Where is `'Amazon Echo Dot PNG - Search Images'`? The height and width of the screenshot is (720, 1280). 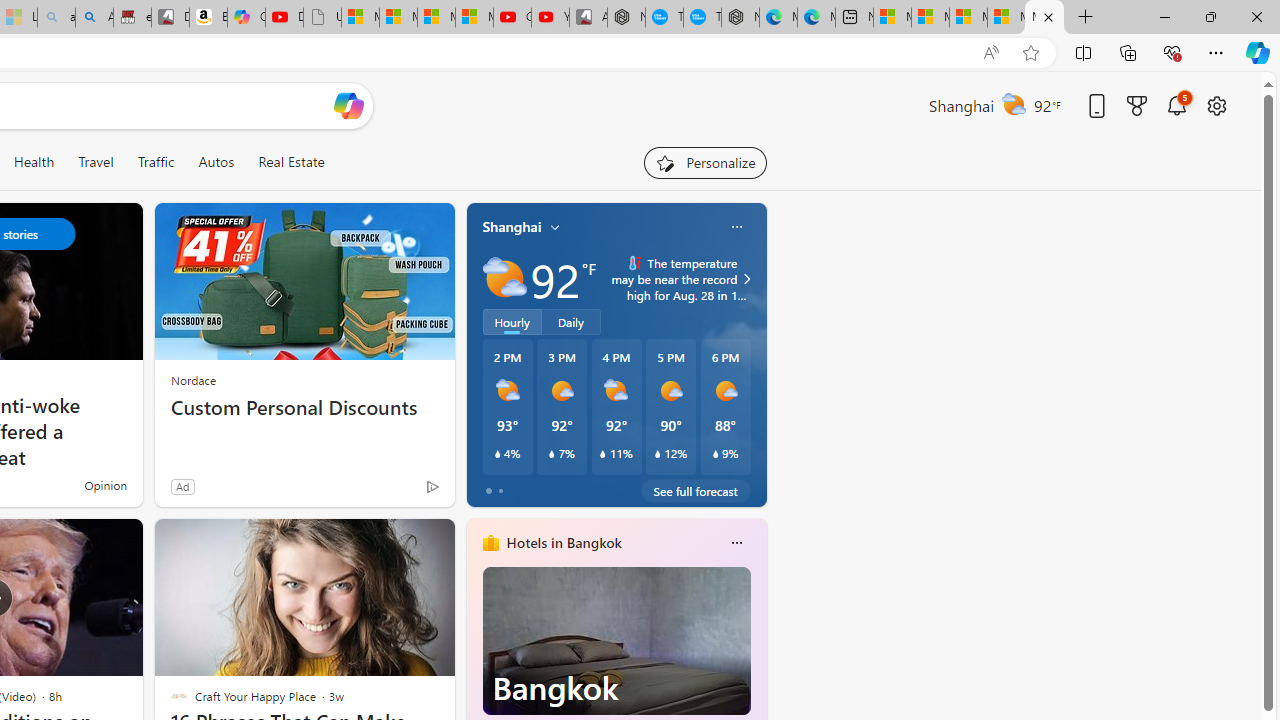
'Amazon Echo Dot PNG - Search Images' is located at coordinates (93, 17).